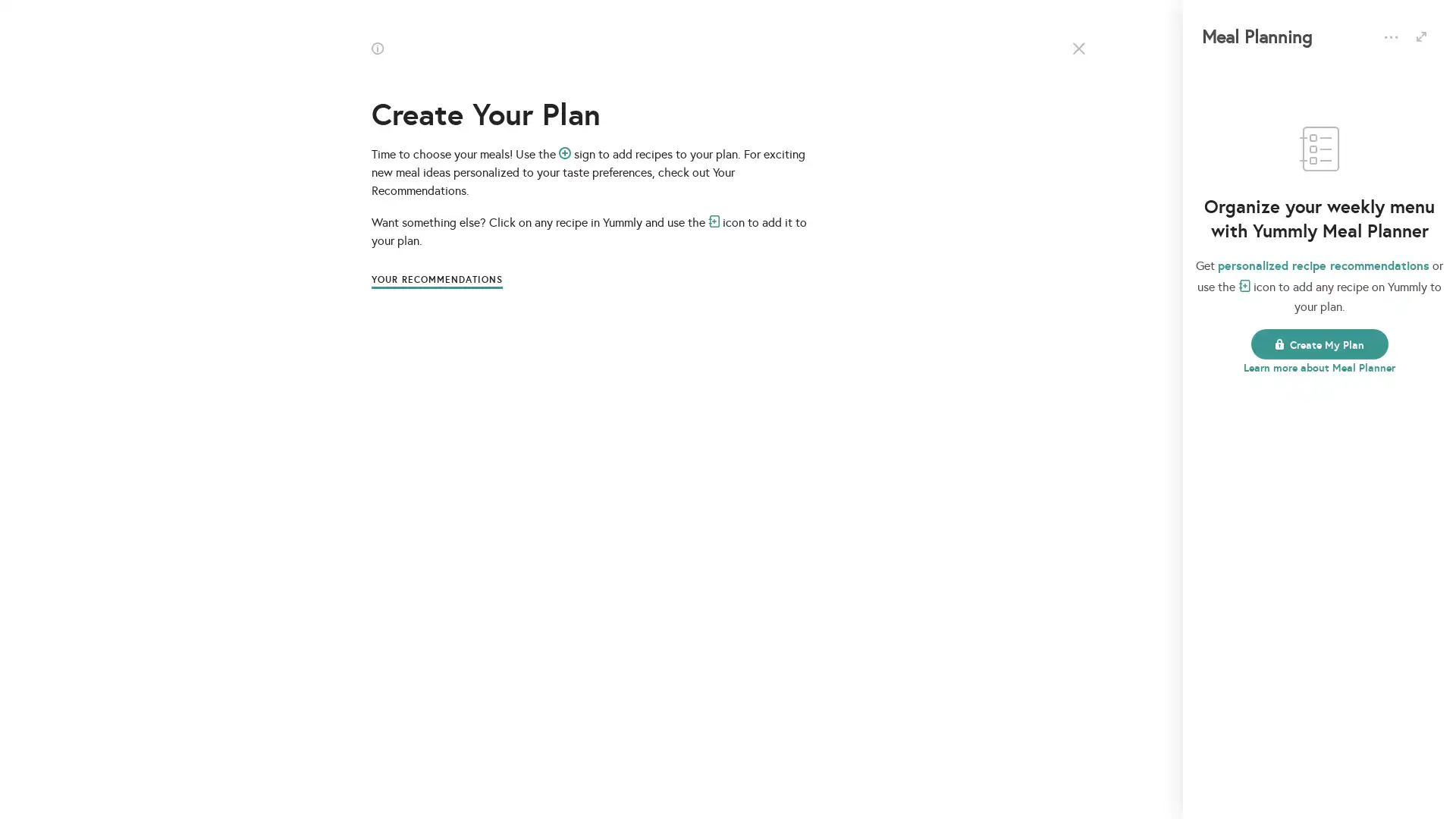 The image size is (1456, 819). What do you see at coordinates (833, 433) in the screenshot?
I see `Vegetarian` at bounding box center [833, 433].